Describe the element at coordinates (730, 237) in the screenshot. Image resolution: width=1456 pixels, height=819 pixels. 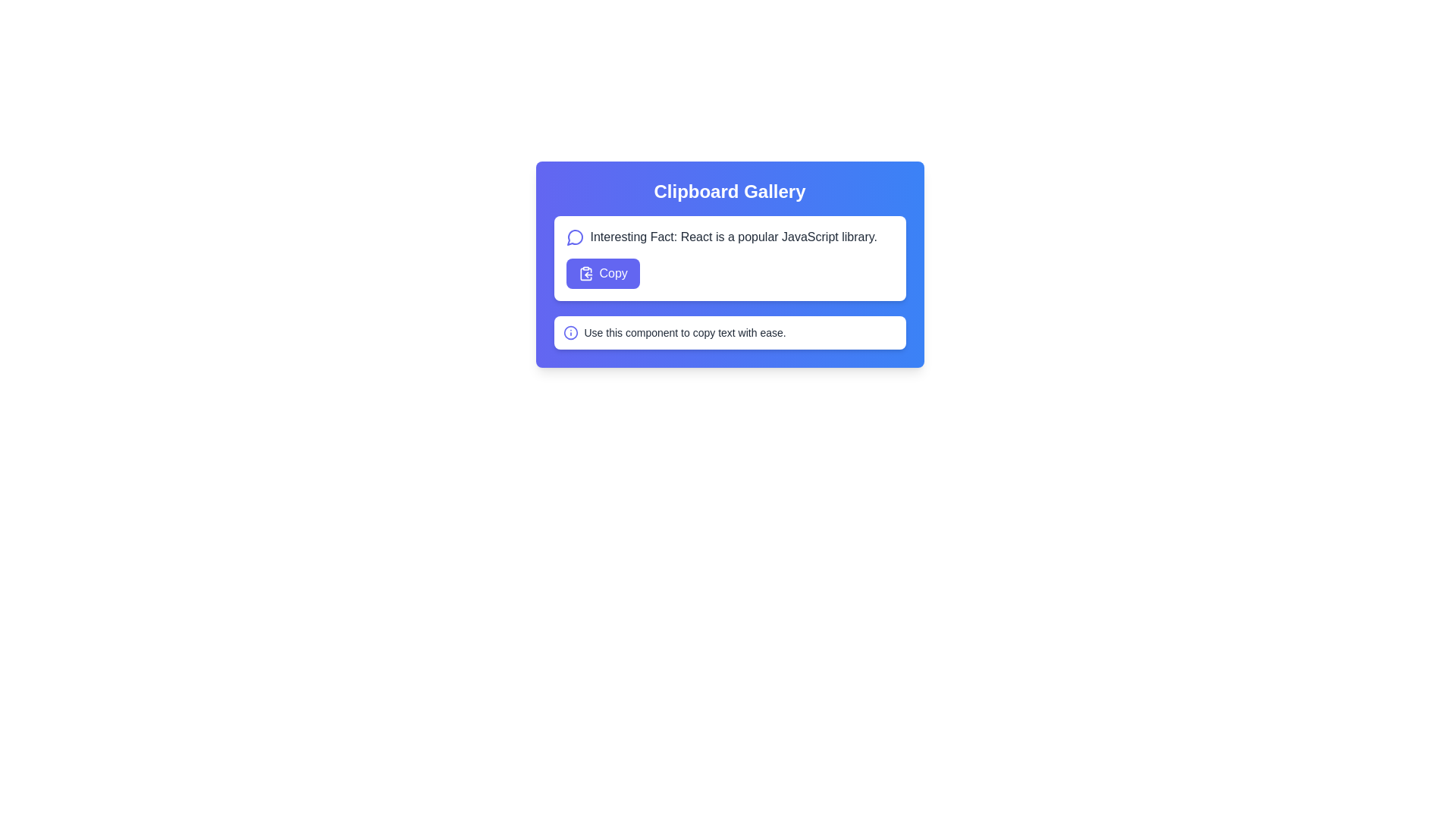
I see `the text snippet reading 'Interesting Fact: React is a popular JavaScript library.' paired with the indigo-tinted chat bubble icon` at that location.